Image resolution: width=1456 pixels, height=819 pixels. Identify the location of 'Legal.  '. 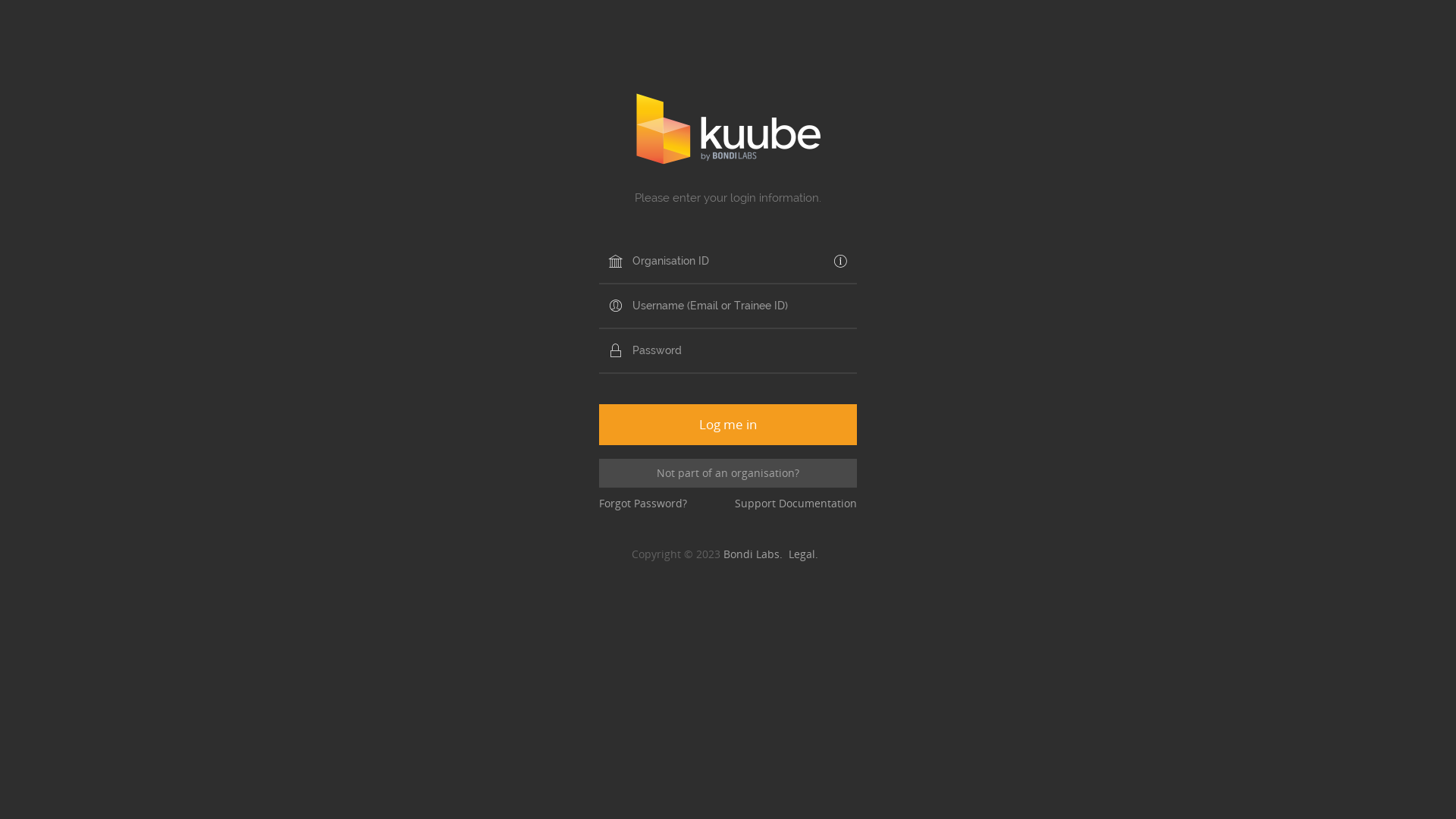
(805, 554).